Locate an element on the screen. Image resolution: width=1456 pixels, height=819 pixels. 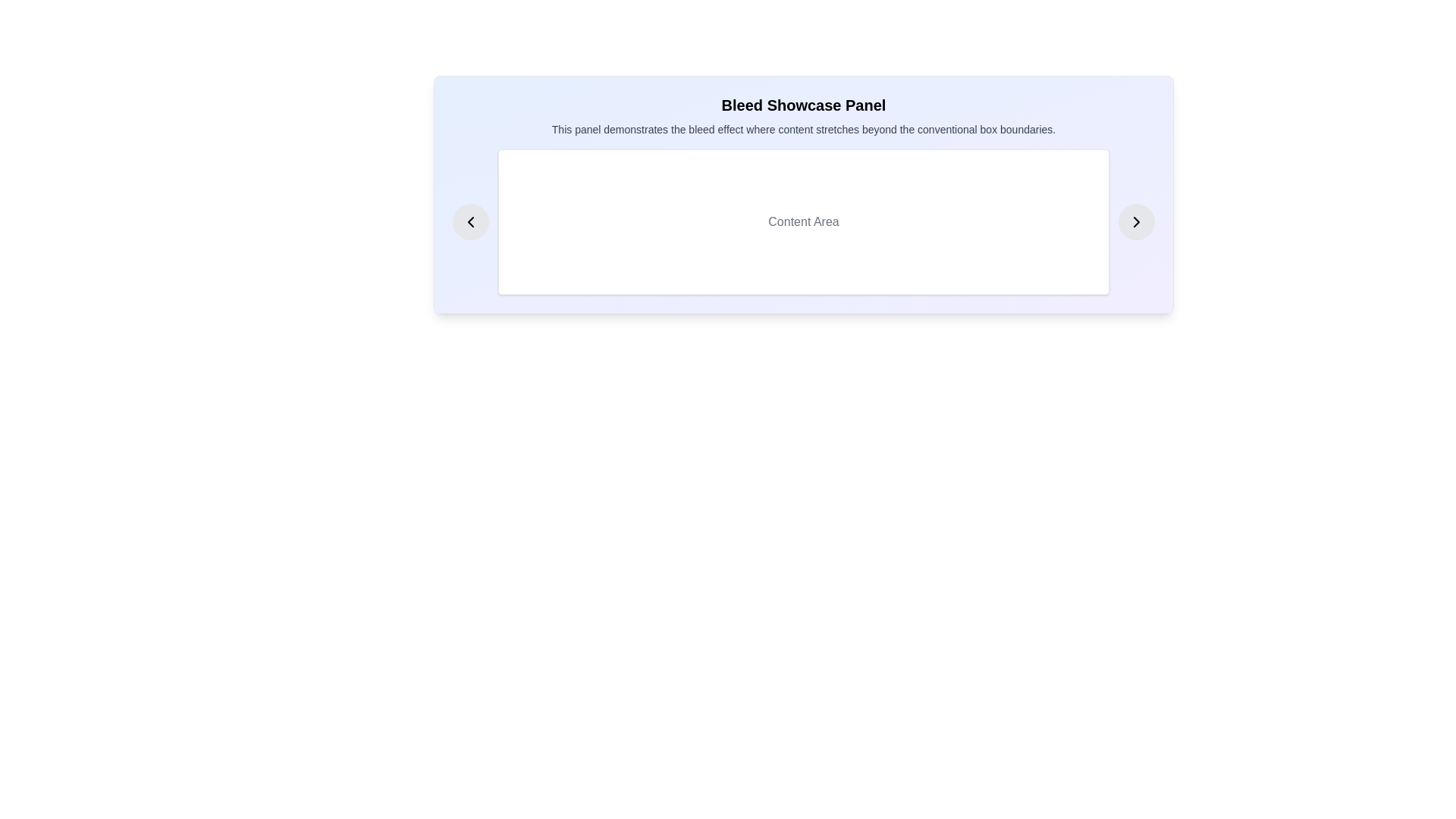
the circular gray button with a right-facing chevron icon is located at coordinates (1136, 222).